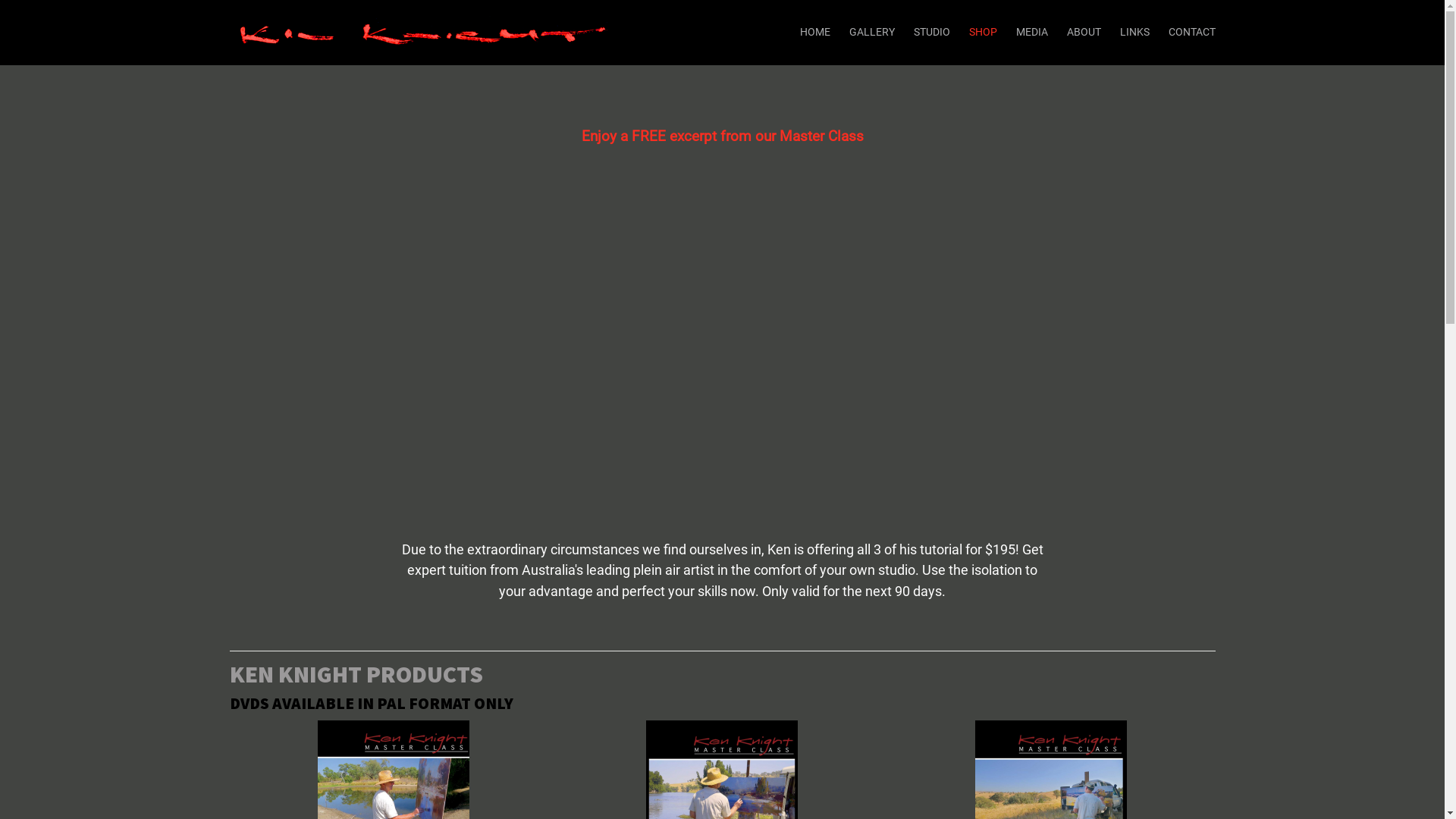 The width and height of the screenshot is (1456, 819). I want to click on 'CONTACT', so click(1167, 32).